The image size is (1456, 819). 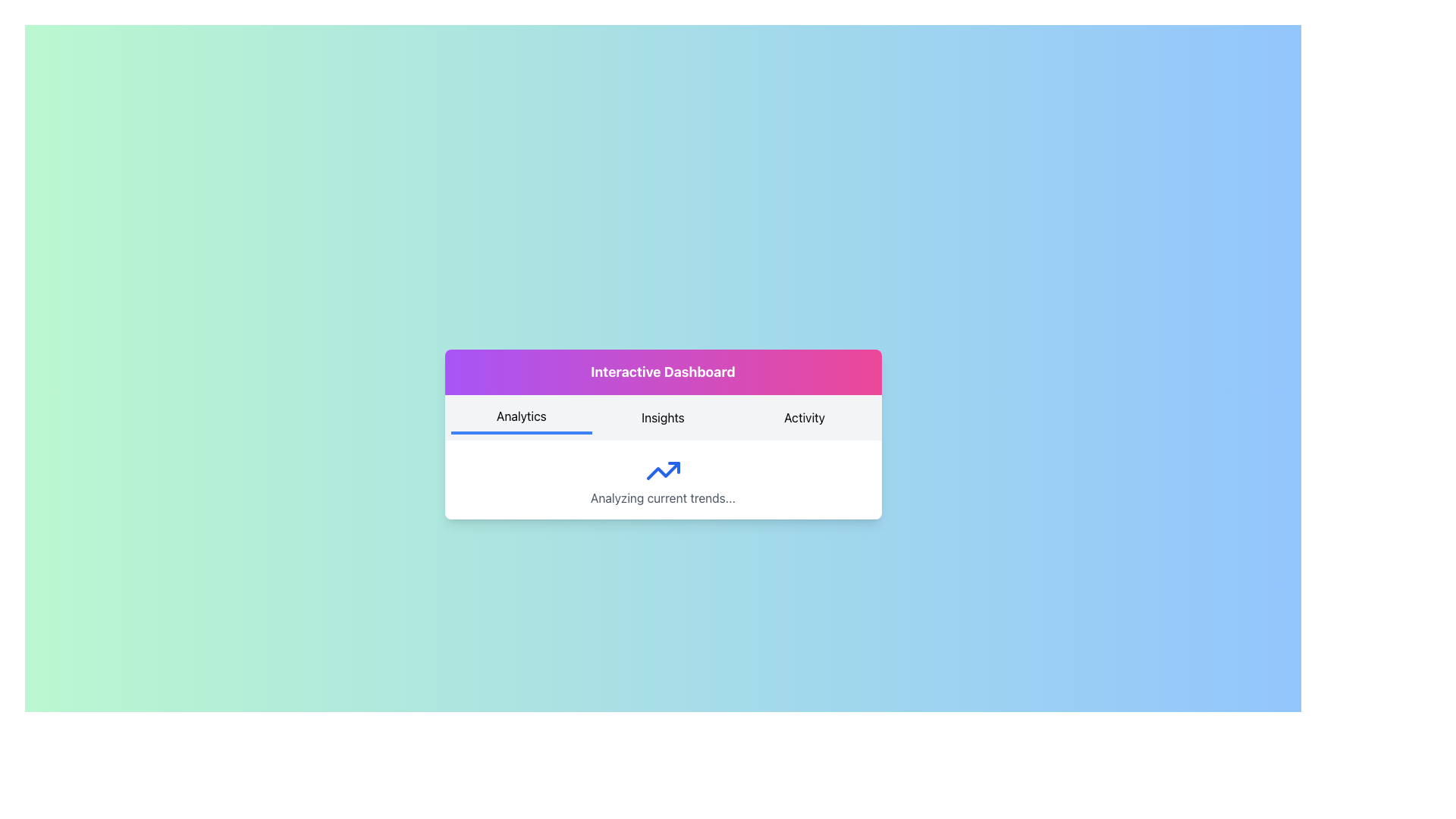 What do you see at coordinates (804, 418) in the screenshot?
I see `the inactive 'Activity' button, which is the third element in the navigation bar` at bounding box center [804, 418].